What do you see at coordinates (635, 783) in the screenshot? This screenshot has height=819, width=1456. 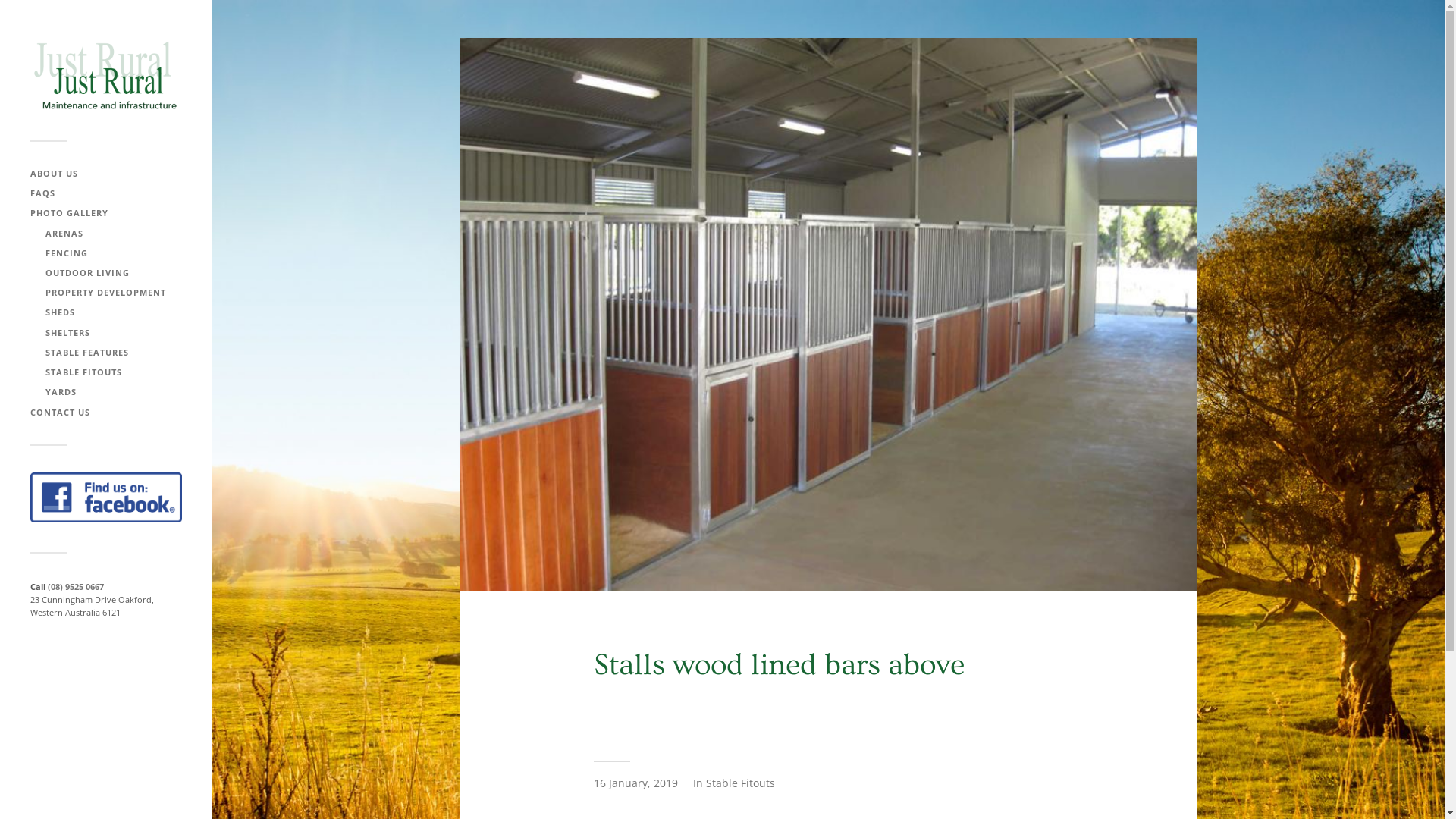 I see `'16 January, 2019'` at bounding box center [635, 783].